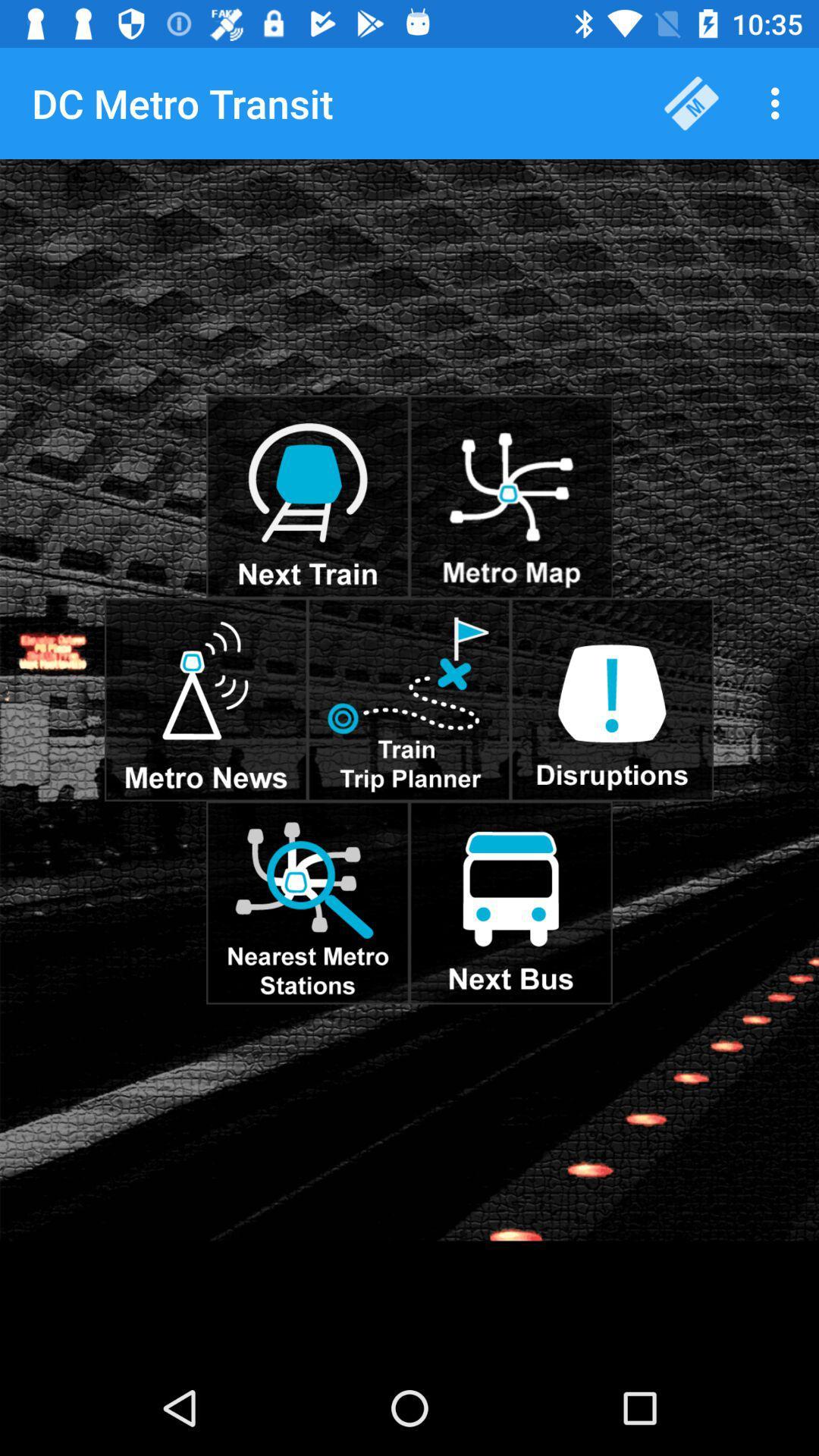 The height and width of the screenshot is (1456, 819). I want to click on next but button, so click(510, 902).